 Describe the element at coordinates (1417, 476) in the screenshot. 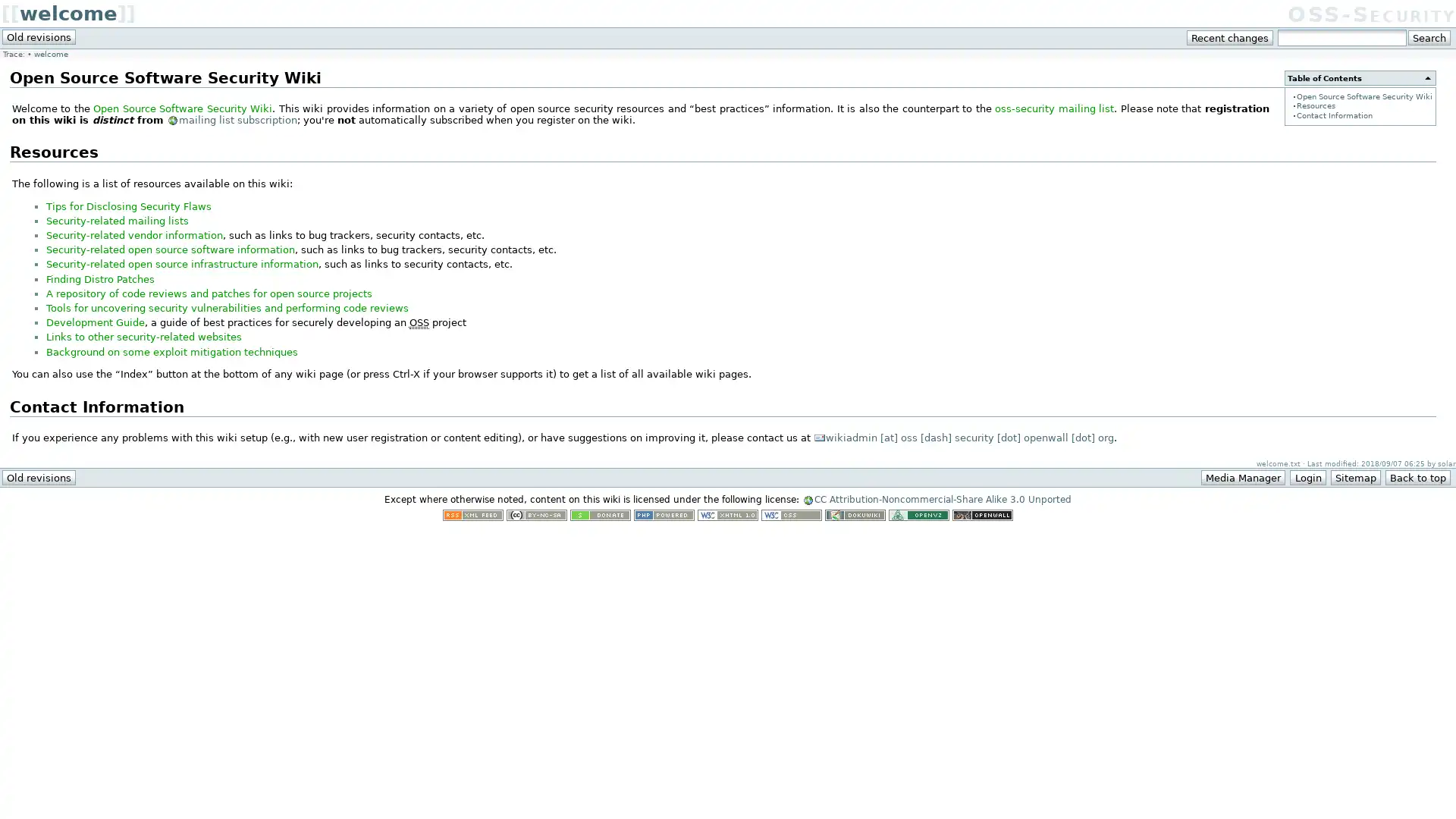

I see `Back to top` at that location.